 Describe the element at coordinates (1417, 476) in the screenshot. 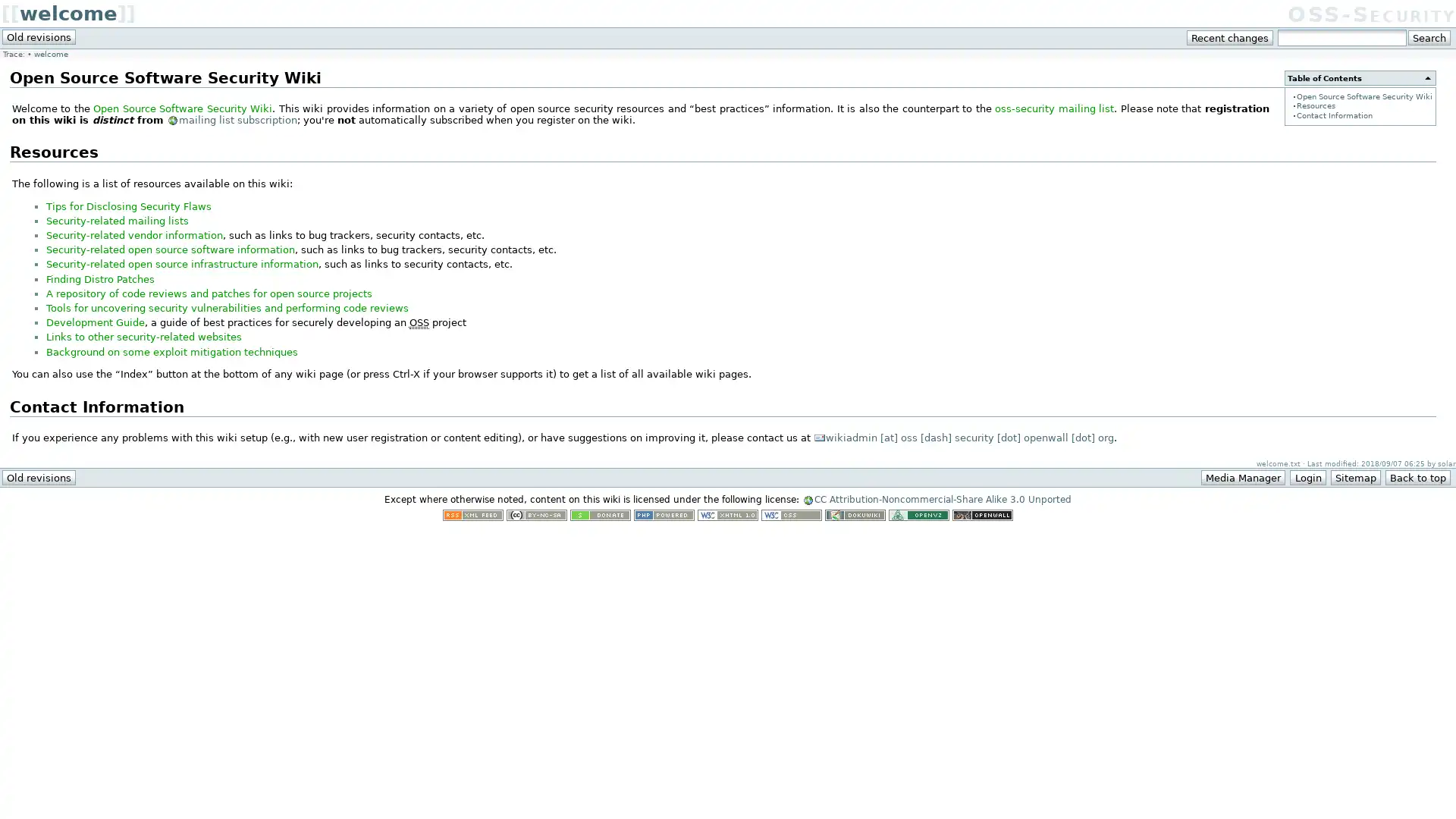

I see `Back to top` at that location.